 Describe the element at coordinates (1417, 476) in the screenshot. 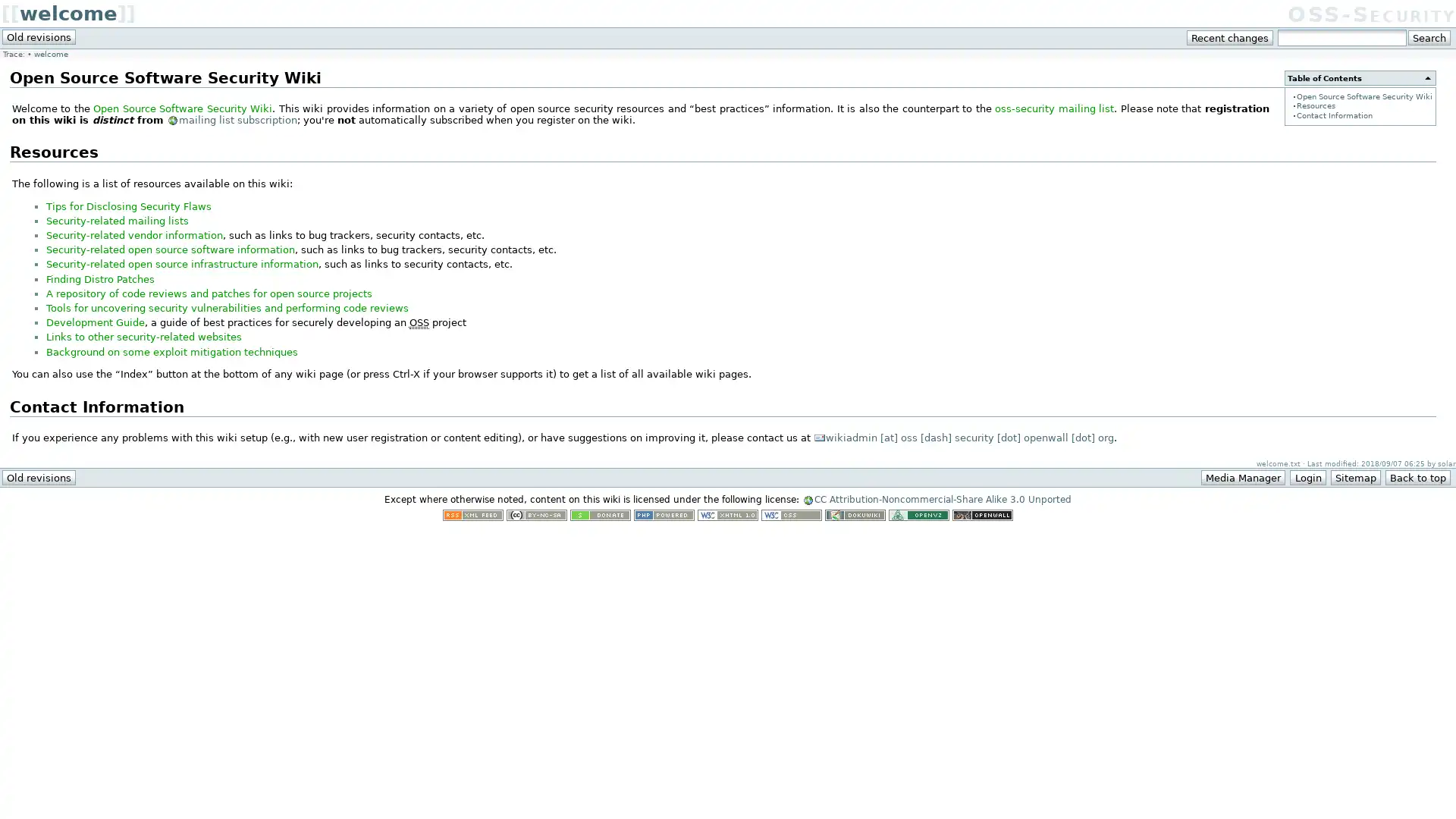

I see `Back to top` at that location.